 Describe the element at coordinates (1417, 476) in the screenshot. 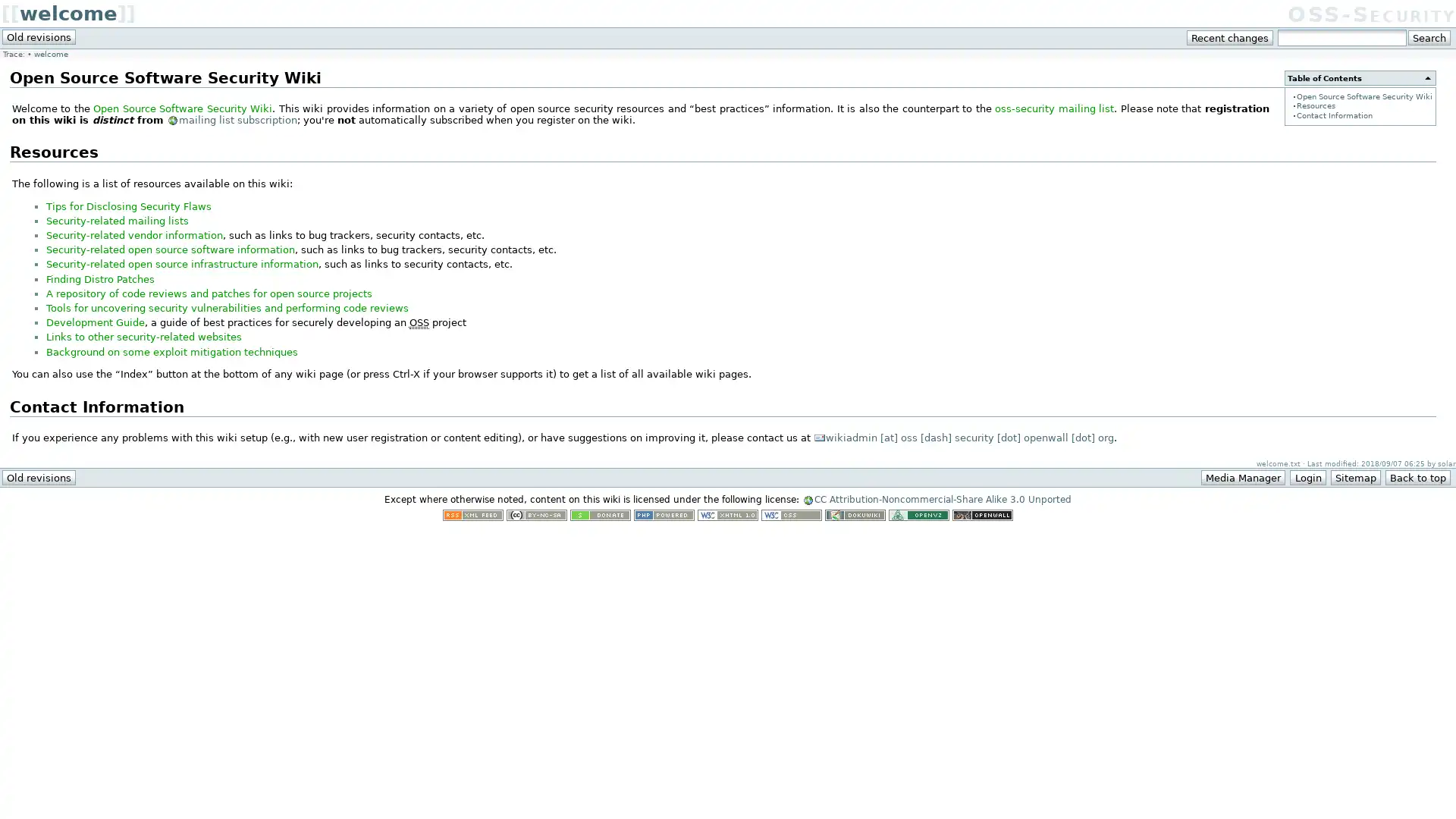

I see `Back to top` at that location.